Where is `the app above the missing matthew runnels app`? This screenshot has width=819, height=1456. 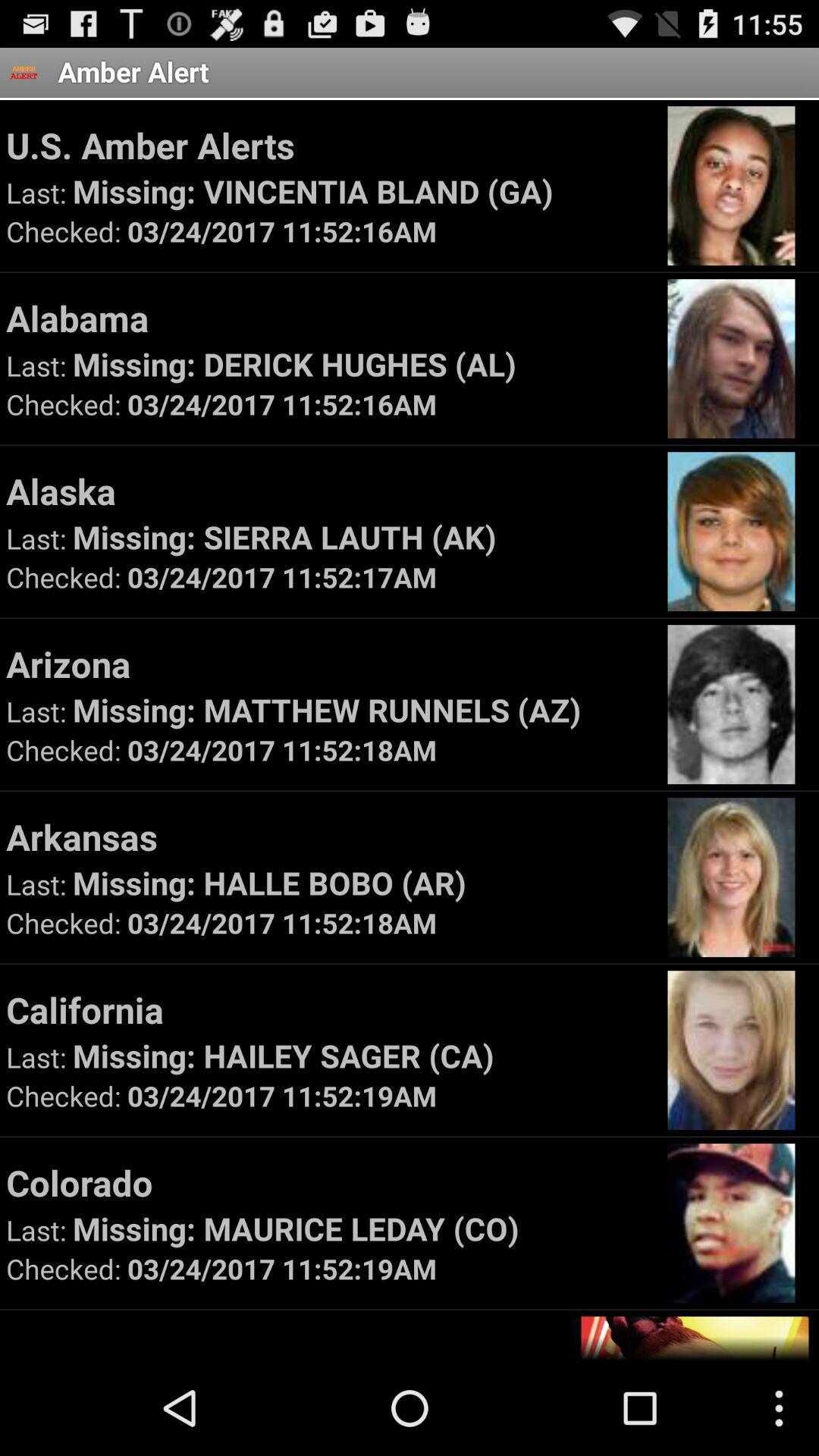
the app above the missing matthew runnels app is located at coordinates (329, 664).